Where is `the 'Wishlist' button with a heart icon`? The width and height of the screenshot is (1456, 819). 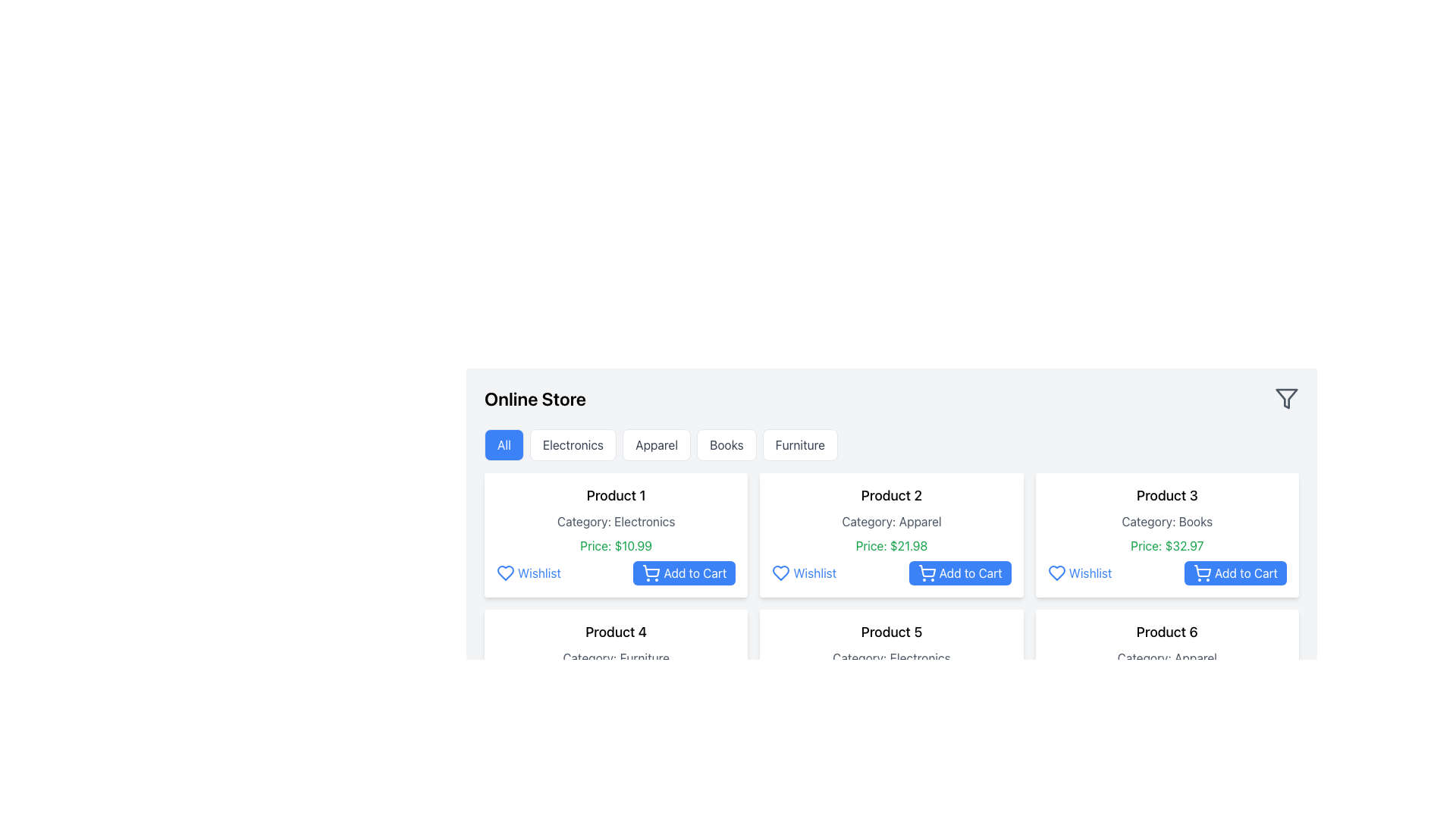 the 'Wishlist' button with a heart icon is located at coordinates (1079, 573).